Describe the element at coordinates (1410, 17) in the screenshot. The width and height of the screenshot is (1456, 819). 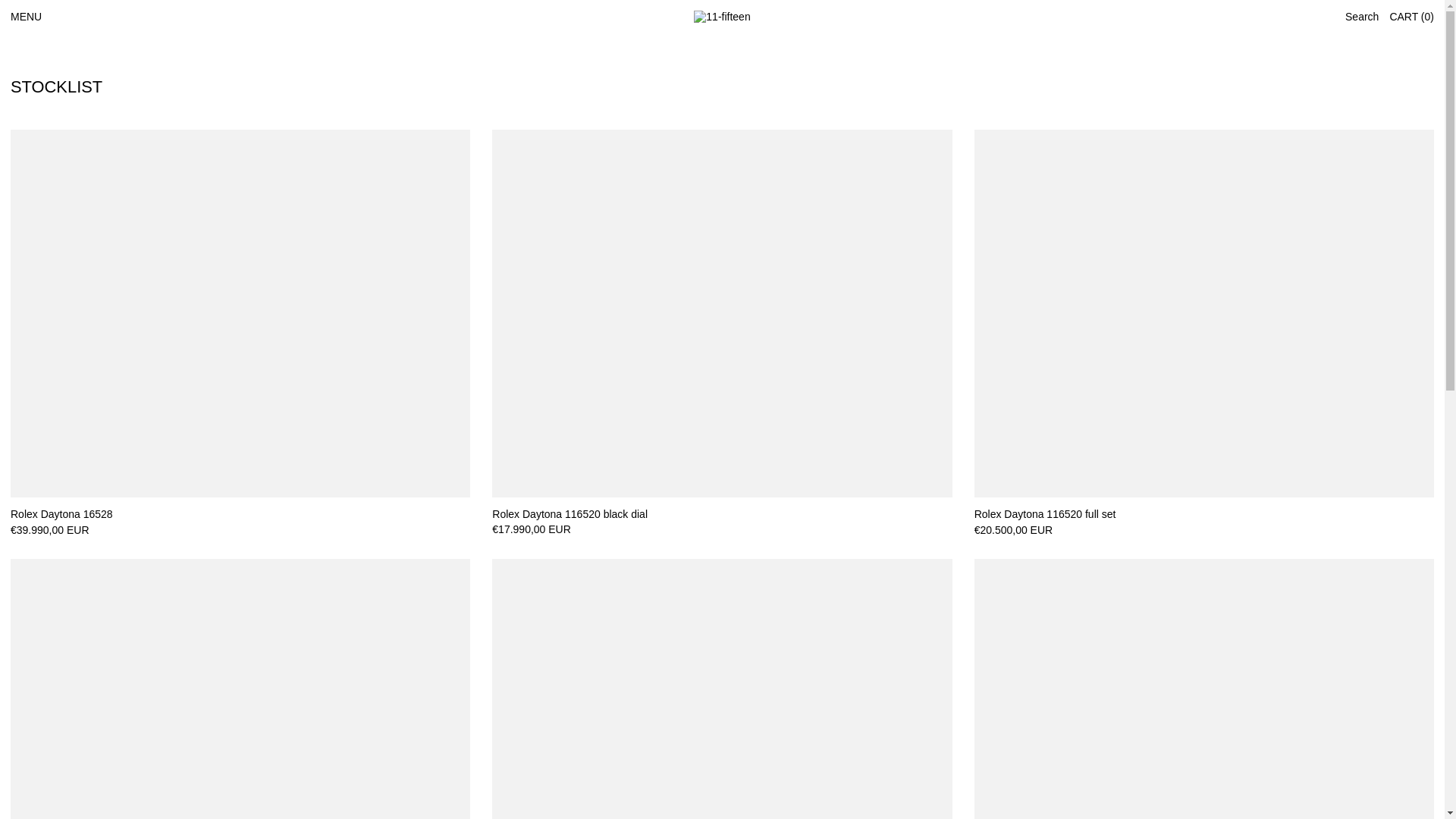
I see `'CART (0)'` at that location.